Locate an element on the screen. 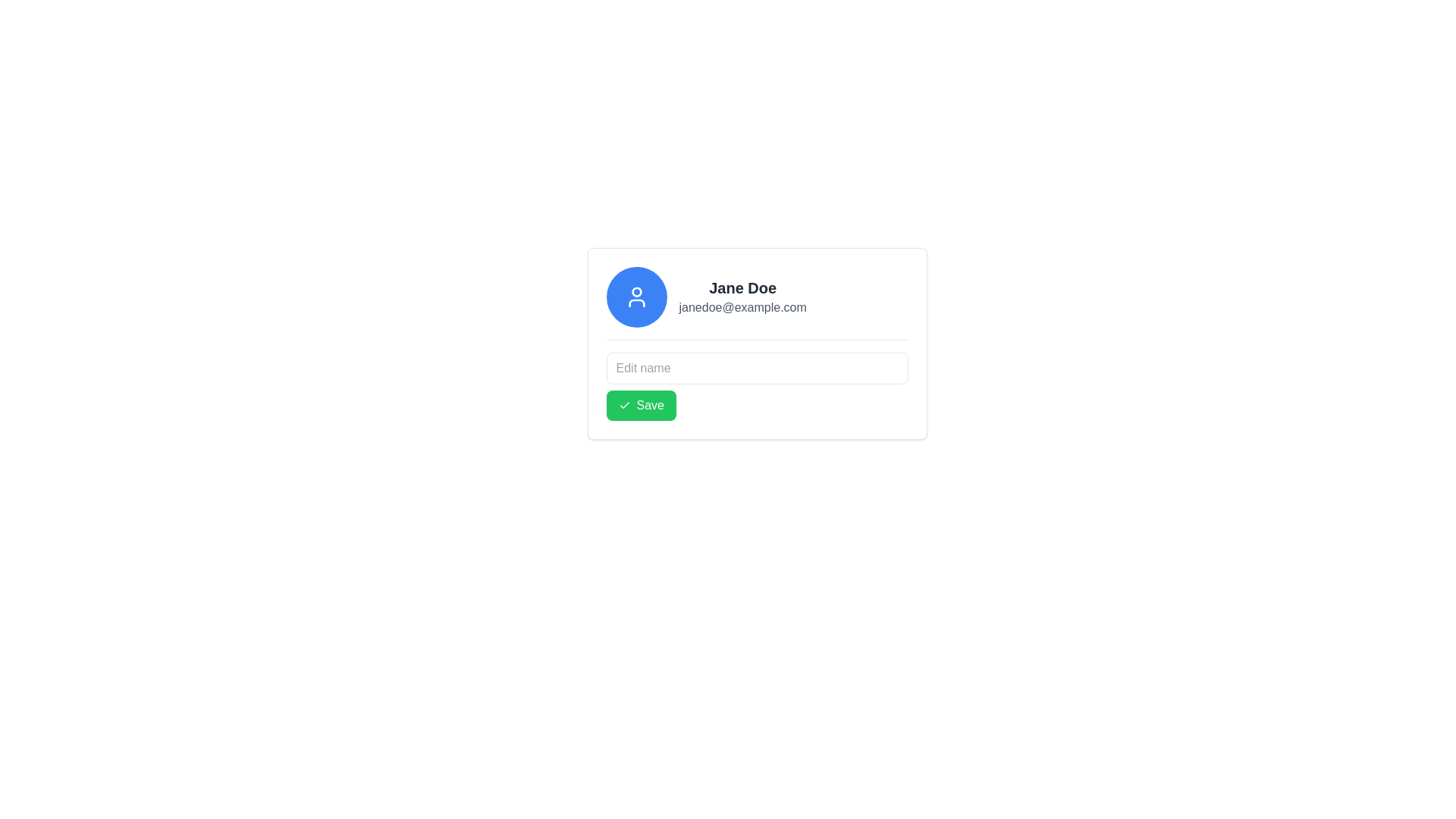  the green 'Save' button located beneath the 'Edit name' text input field is located at coordinates (641, 405).